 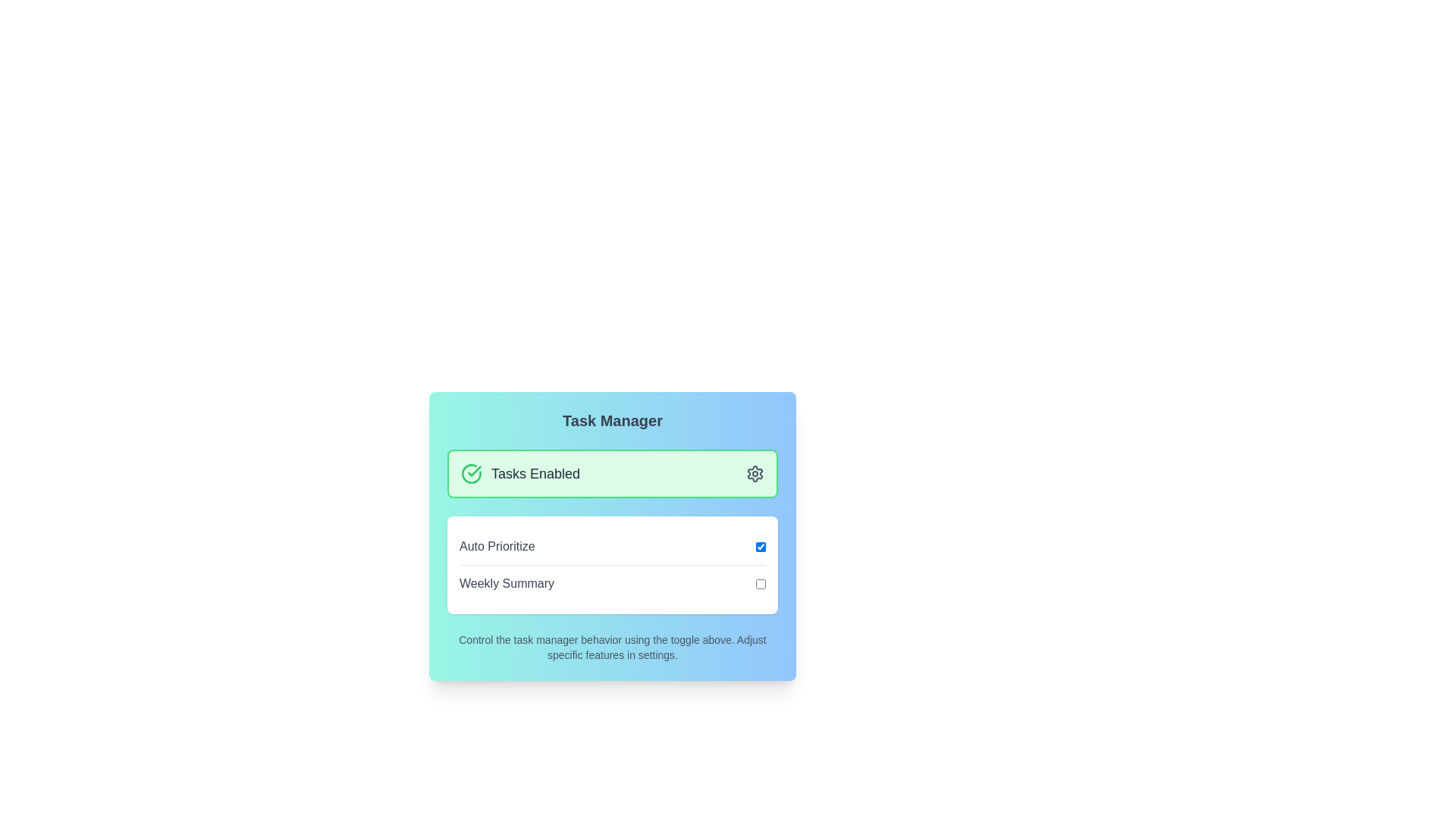 What do you see at coordinates (755, 472) in the screenshot?
I see `the settings gear icon located on the right side of the green panel labeled 'Tasks Enabled'` at bounding box center [755, 472].